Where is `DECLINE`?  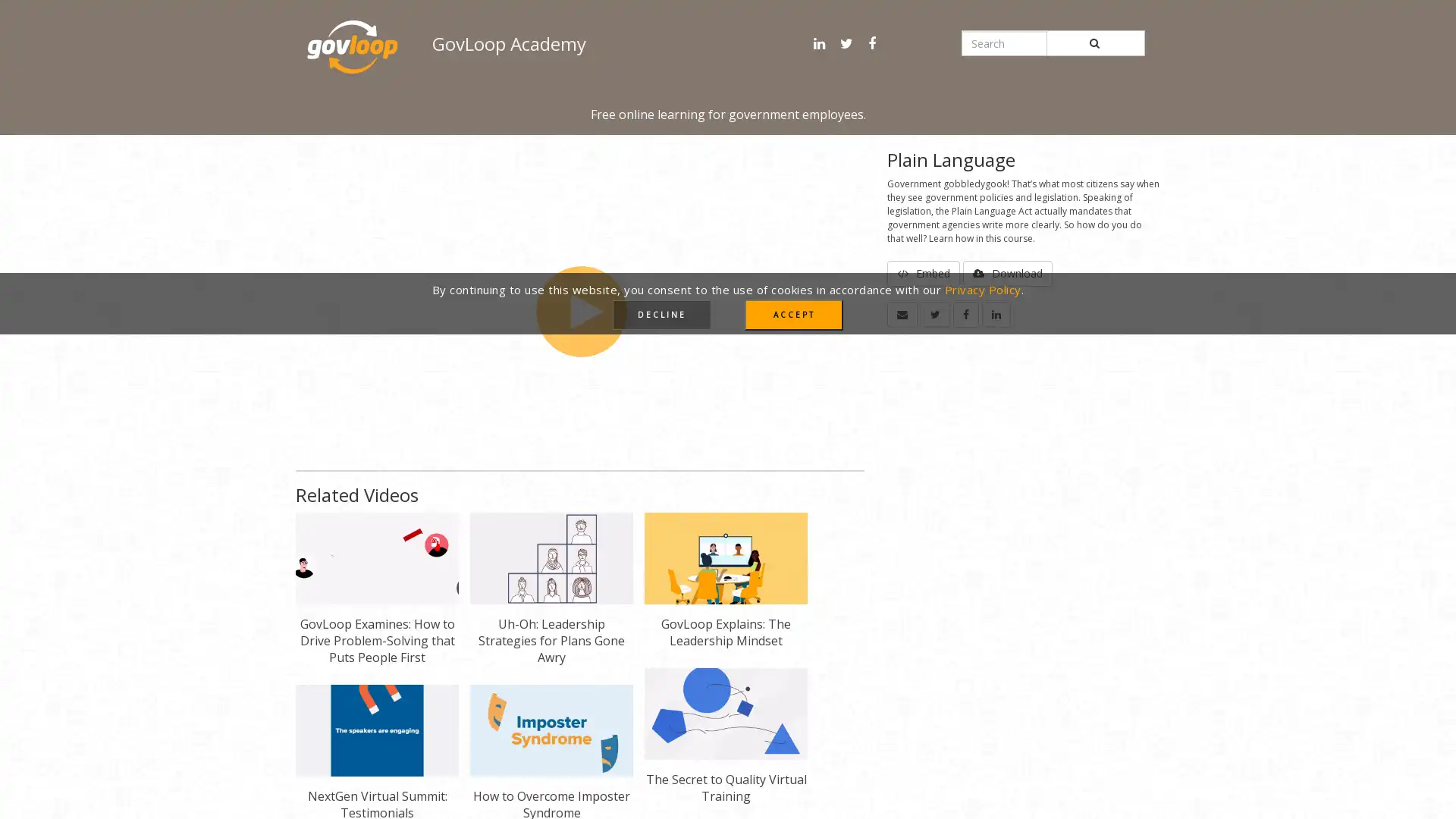
DECLINE is located at coordinates (662, 314).